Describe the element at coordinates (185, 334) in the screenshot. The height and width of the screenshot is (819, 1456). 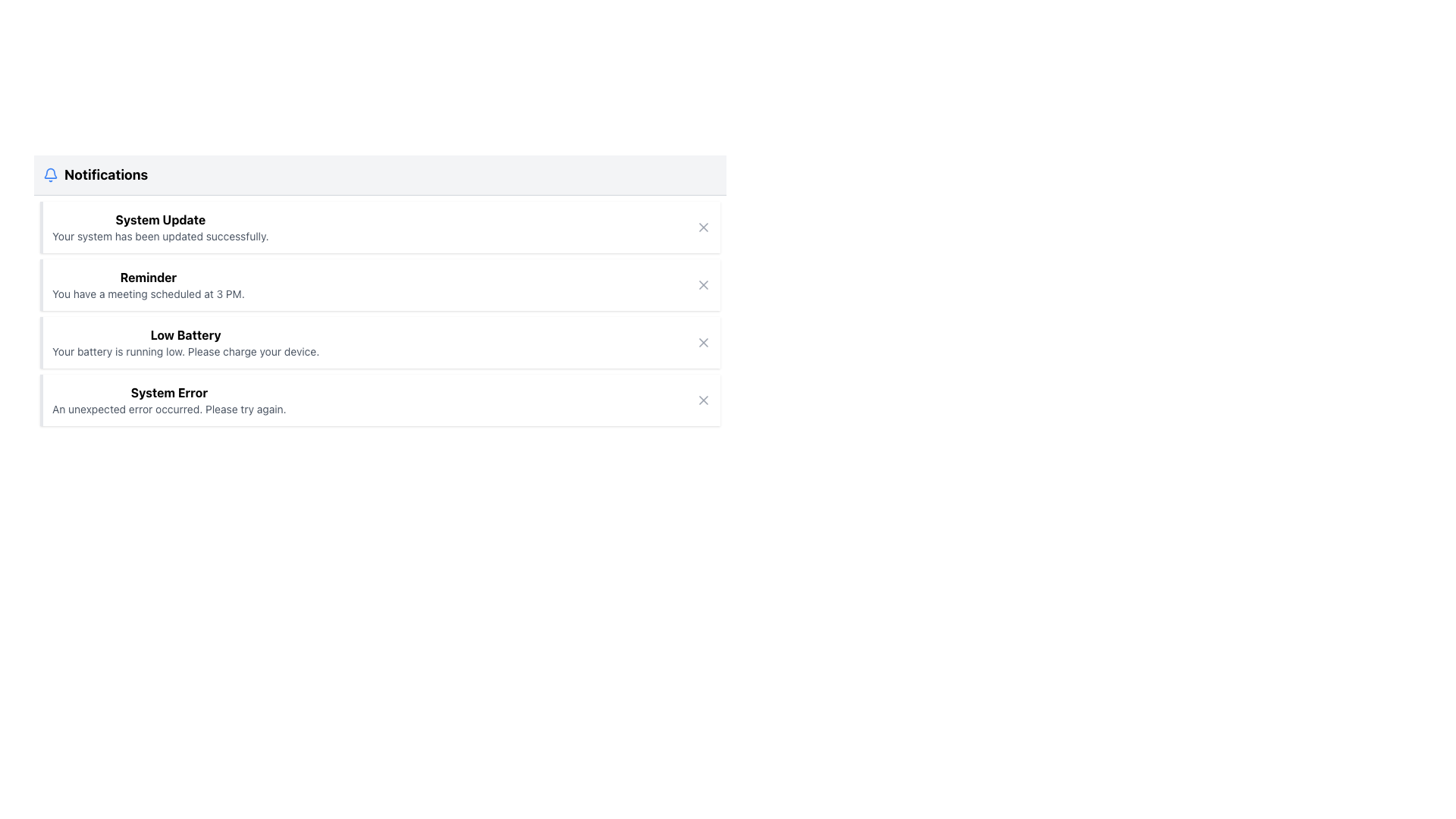
I see `the 'Low Battery' text label which is displayed prominently in bold within a notification card, positioned at the top of the card` at that location.